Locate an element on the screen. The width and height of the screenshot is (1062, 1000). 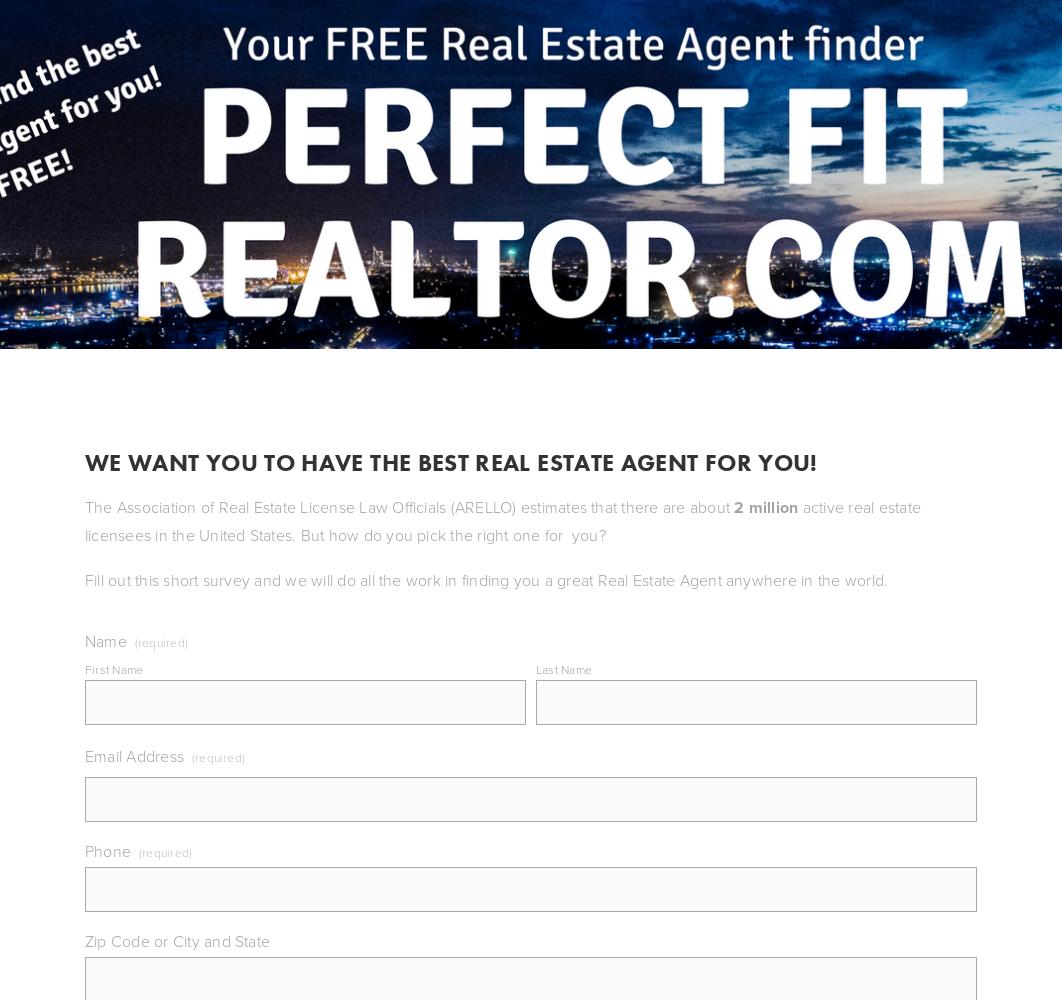
'Name' is located at coordinates (105, 640).